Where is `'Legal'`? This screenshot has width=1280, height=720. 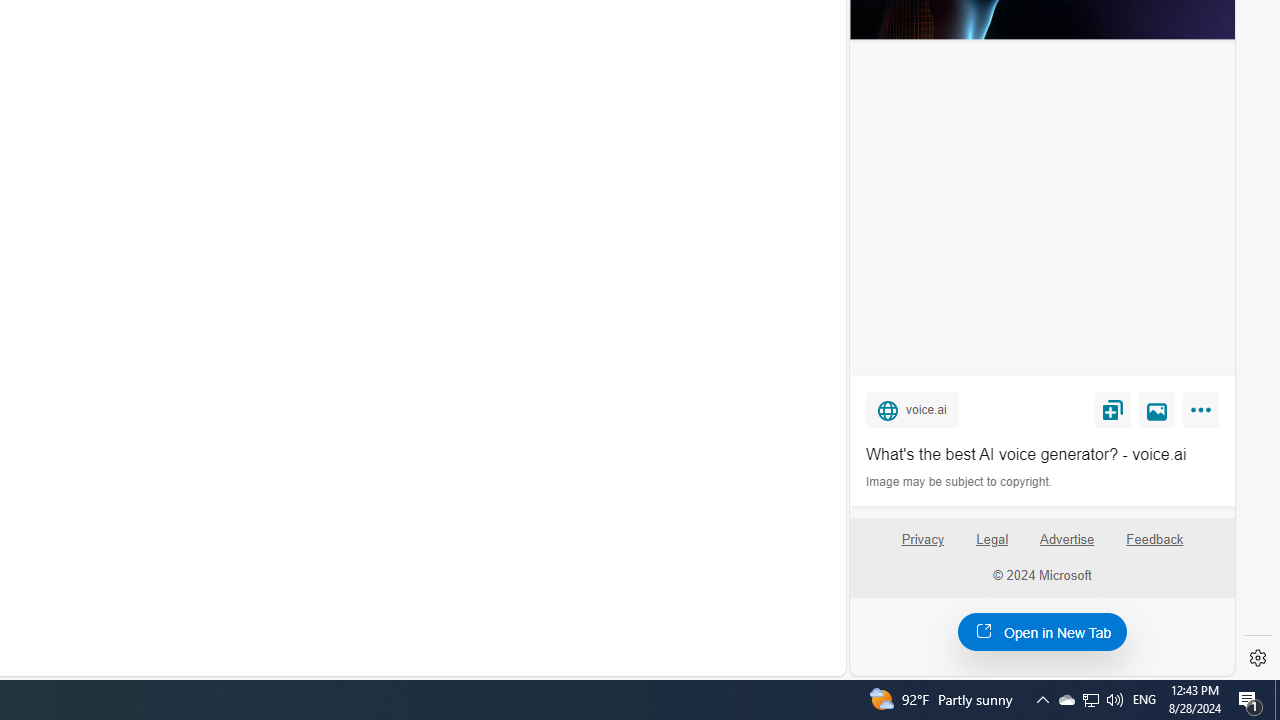
'Legal' is located at coordinates (992, 547).